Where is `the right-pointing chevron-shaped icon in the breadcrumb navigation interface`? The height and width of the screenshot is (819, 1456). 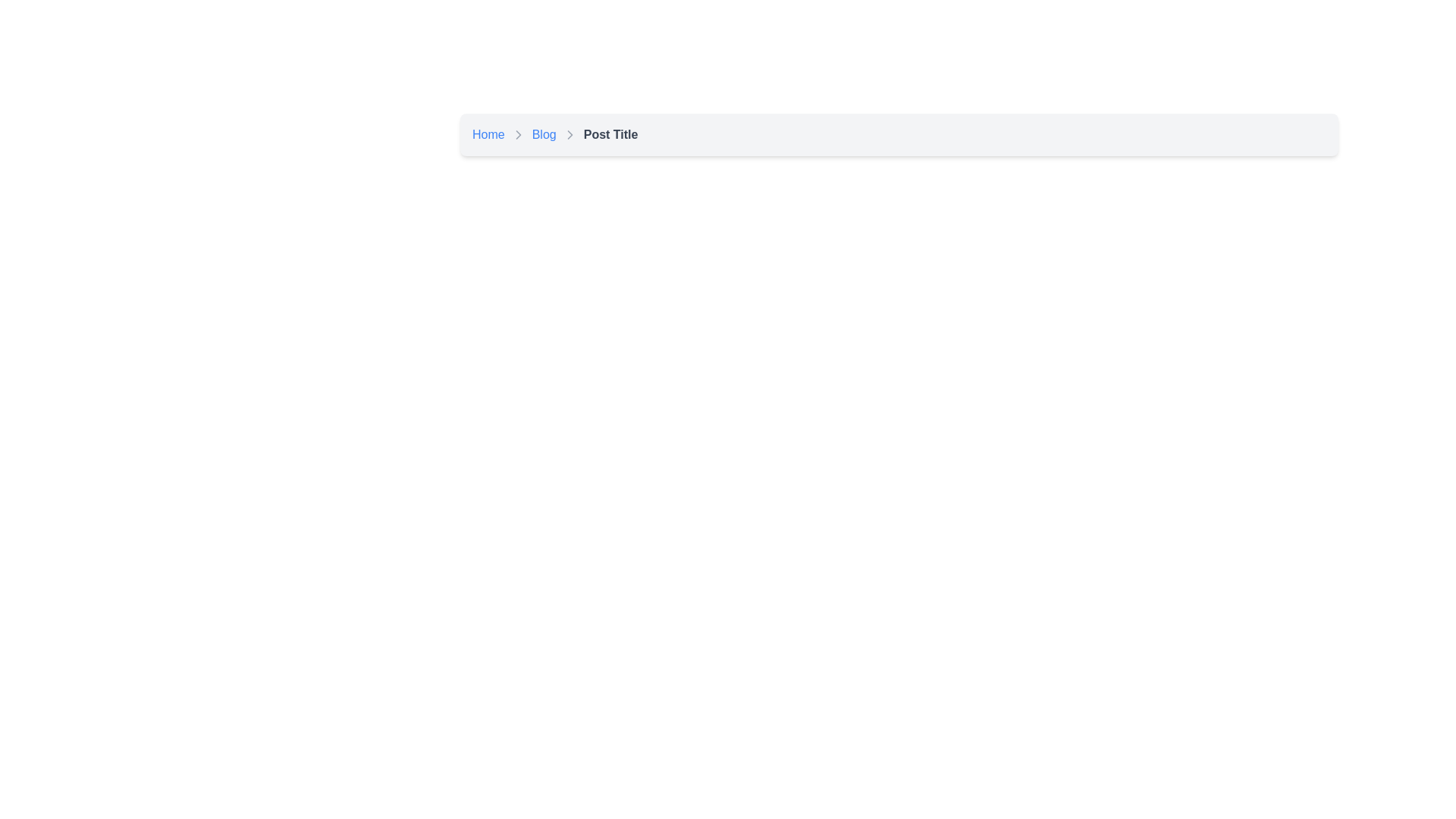
the right-pointing chevron-shaped icon in the breadcrumb navigation interface is located at coordinates (518, 133).